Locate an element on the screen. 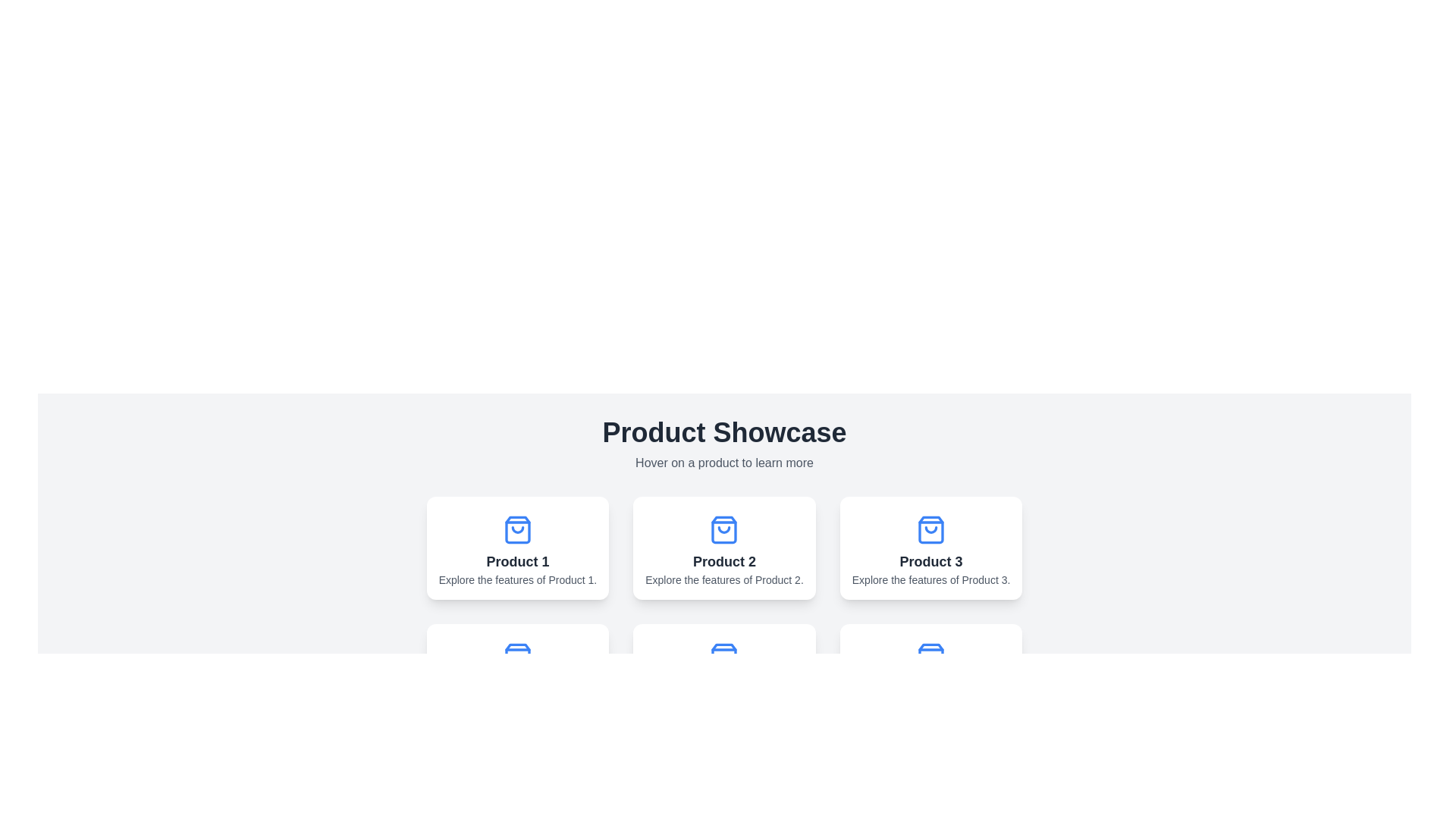  the shopping icon located at the center top of the 'Product 1' card is located at coordinates (517, 529).